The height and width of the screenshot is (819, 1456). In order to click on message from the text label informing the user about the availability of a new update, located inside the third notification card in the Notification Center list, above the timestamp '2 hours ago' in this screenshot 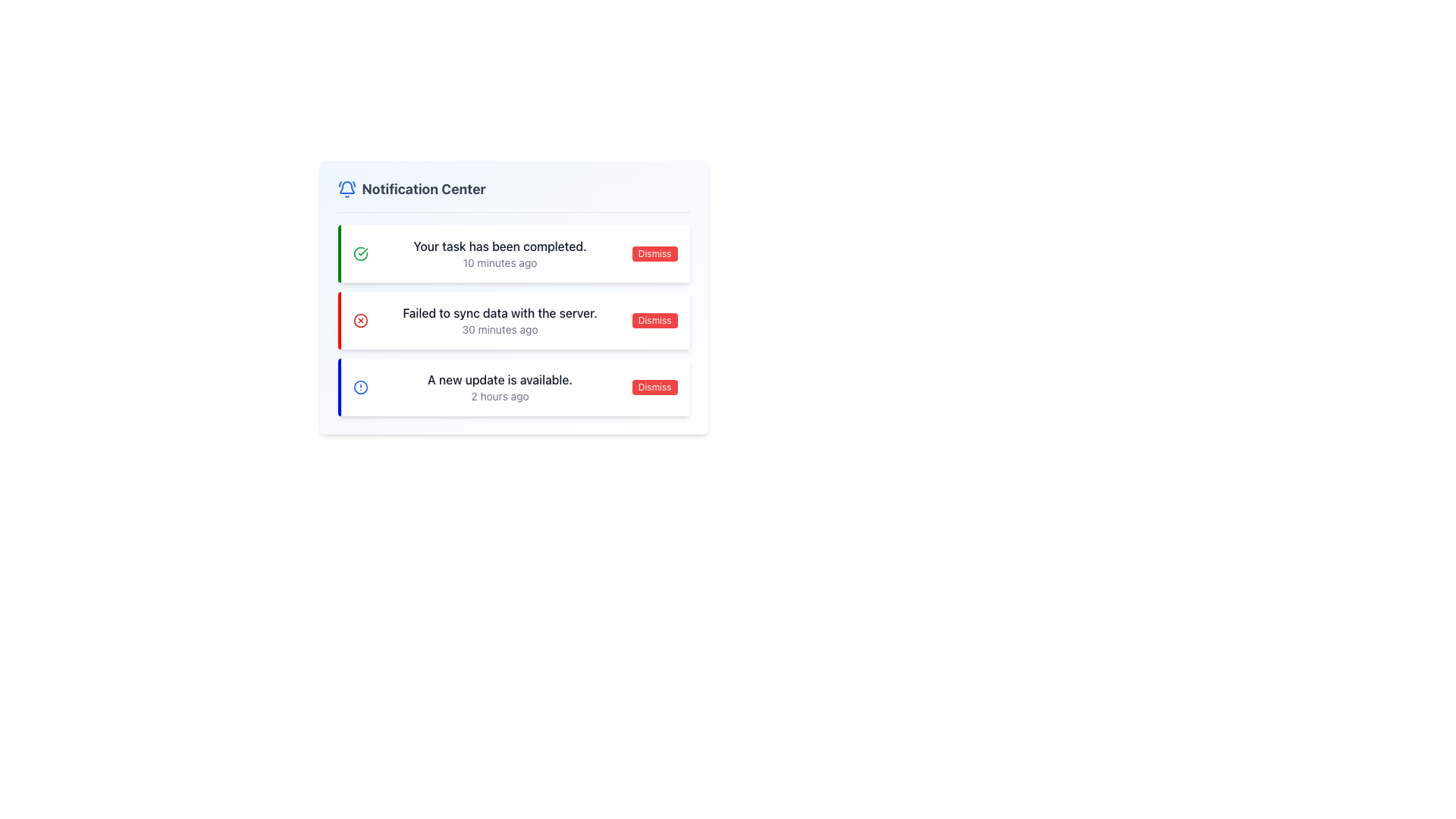, I will do `click(500, 379)`.